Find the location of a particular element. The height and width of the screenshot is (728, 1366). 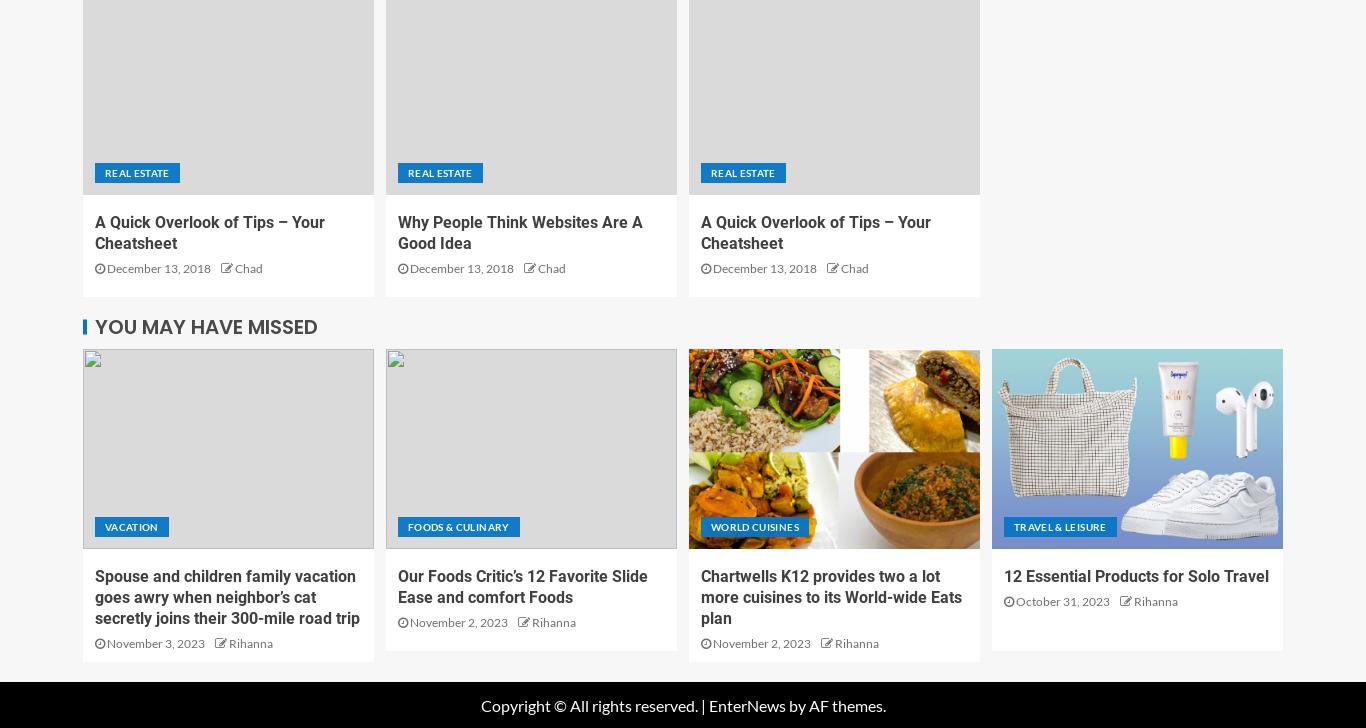

'|' is located at coordinates (704, 705).